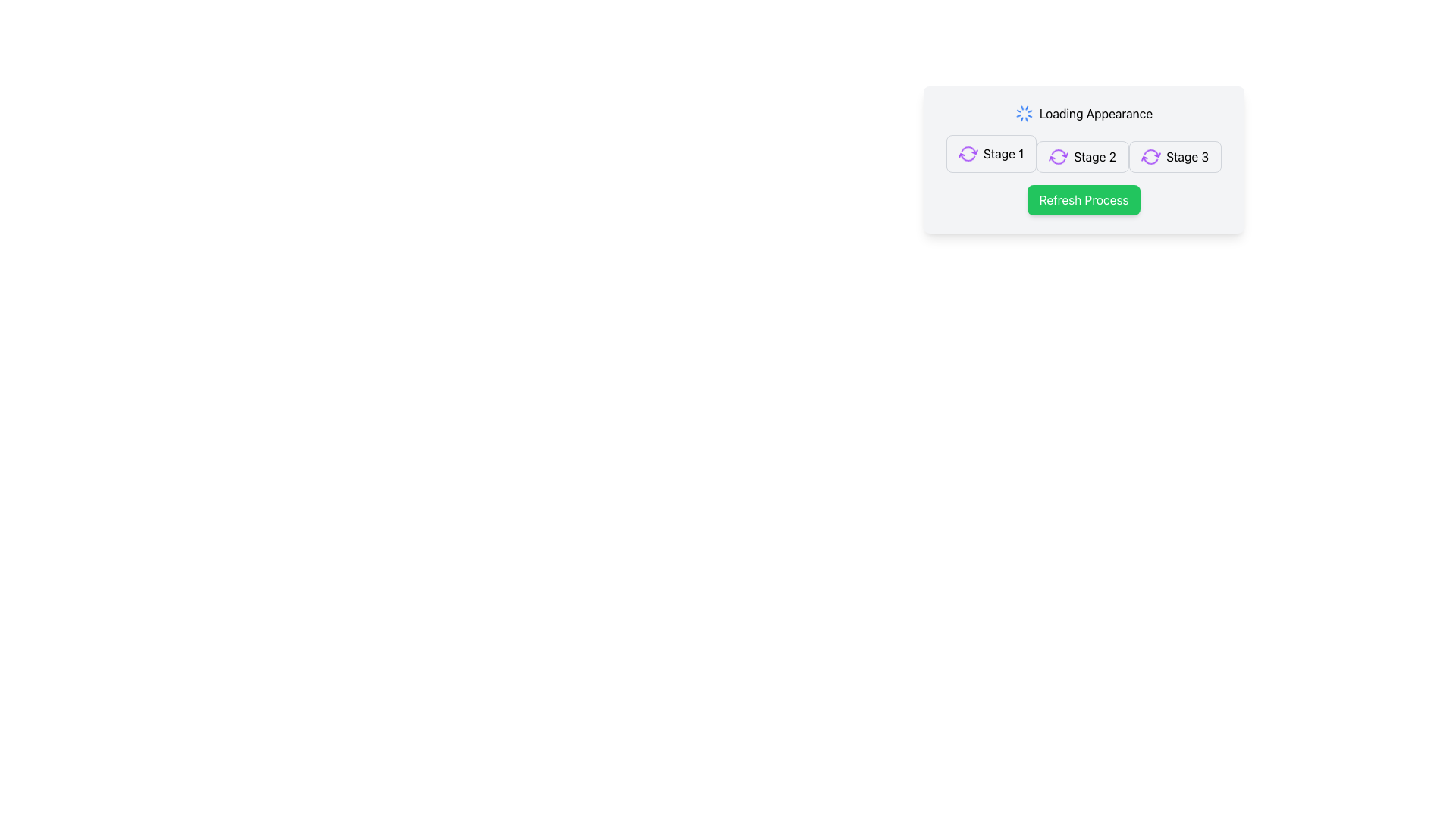  Describe the element at coordinates (1003, 154) in the screenshot. I see `the text label displaying 'Stage 1', which is styled with a modern sans-serif font and located to the right of a spinning icon in a bordered rectangle with rounded corners` at that location.